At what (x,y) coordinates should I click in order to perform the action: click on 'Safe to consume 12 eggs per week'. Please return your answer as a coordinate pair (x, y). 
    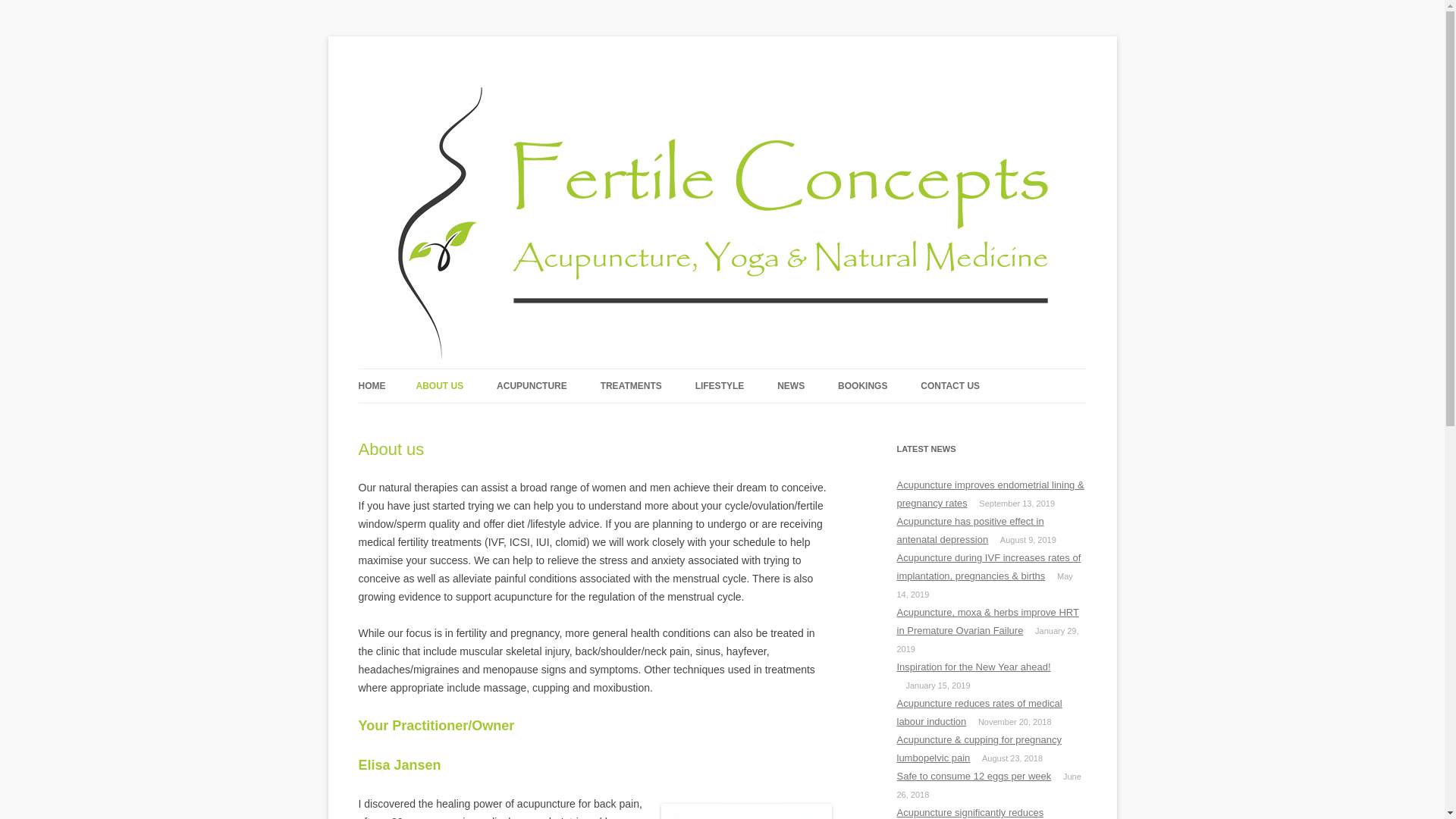
    Looking at the image, I should click on (973, 776).